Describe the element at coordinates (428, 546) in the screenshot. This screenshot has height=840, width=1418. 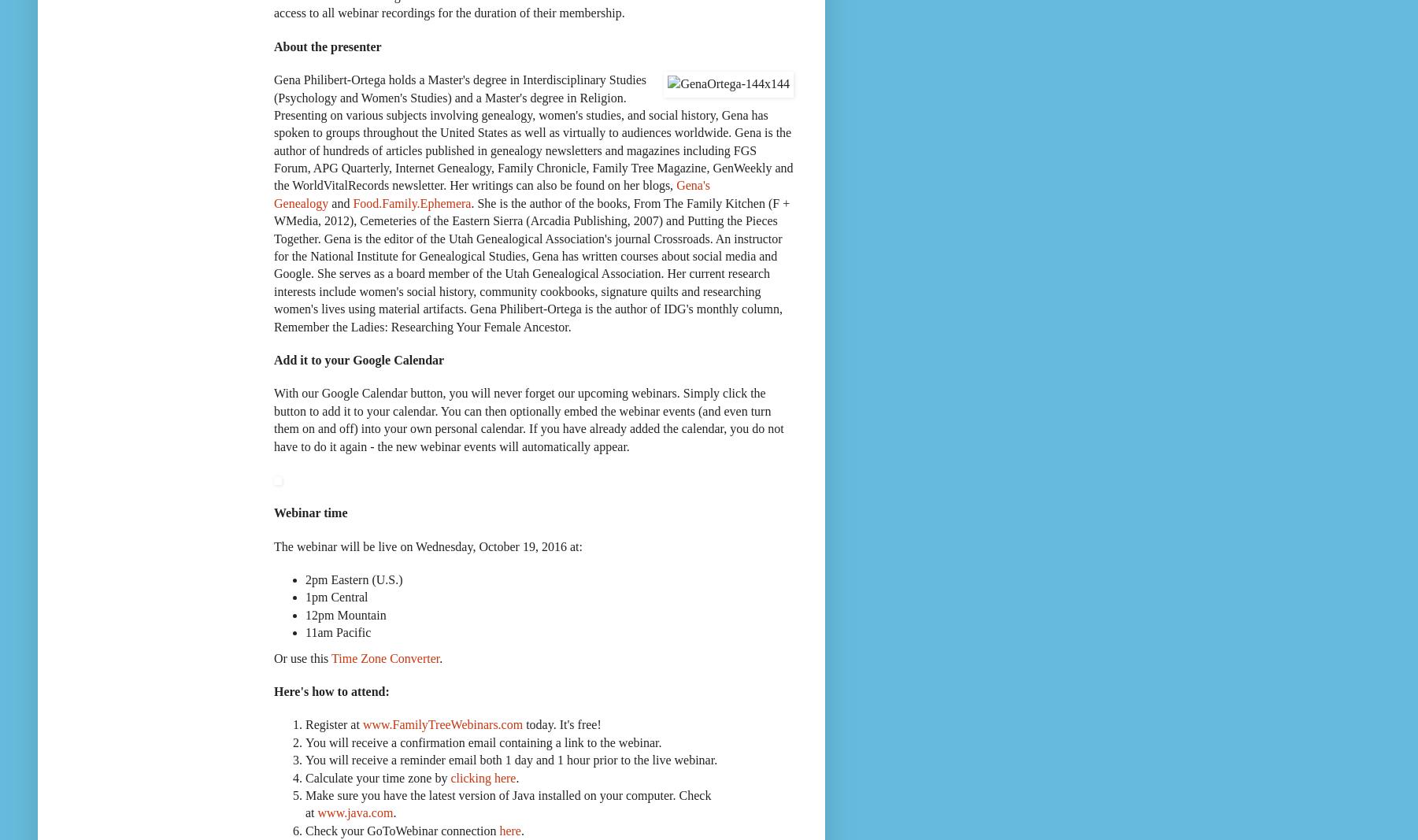
I see `'The webinar will be live on Wednesday, October 19, 2016 at:'` at that location.